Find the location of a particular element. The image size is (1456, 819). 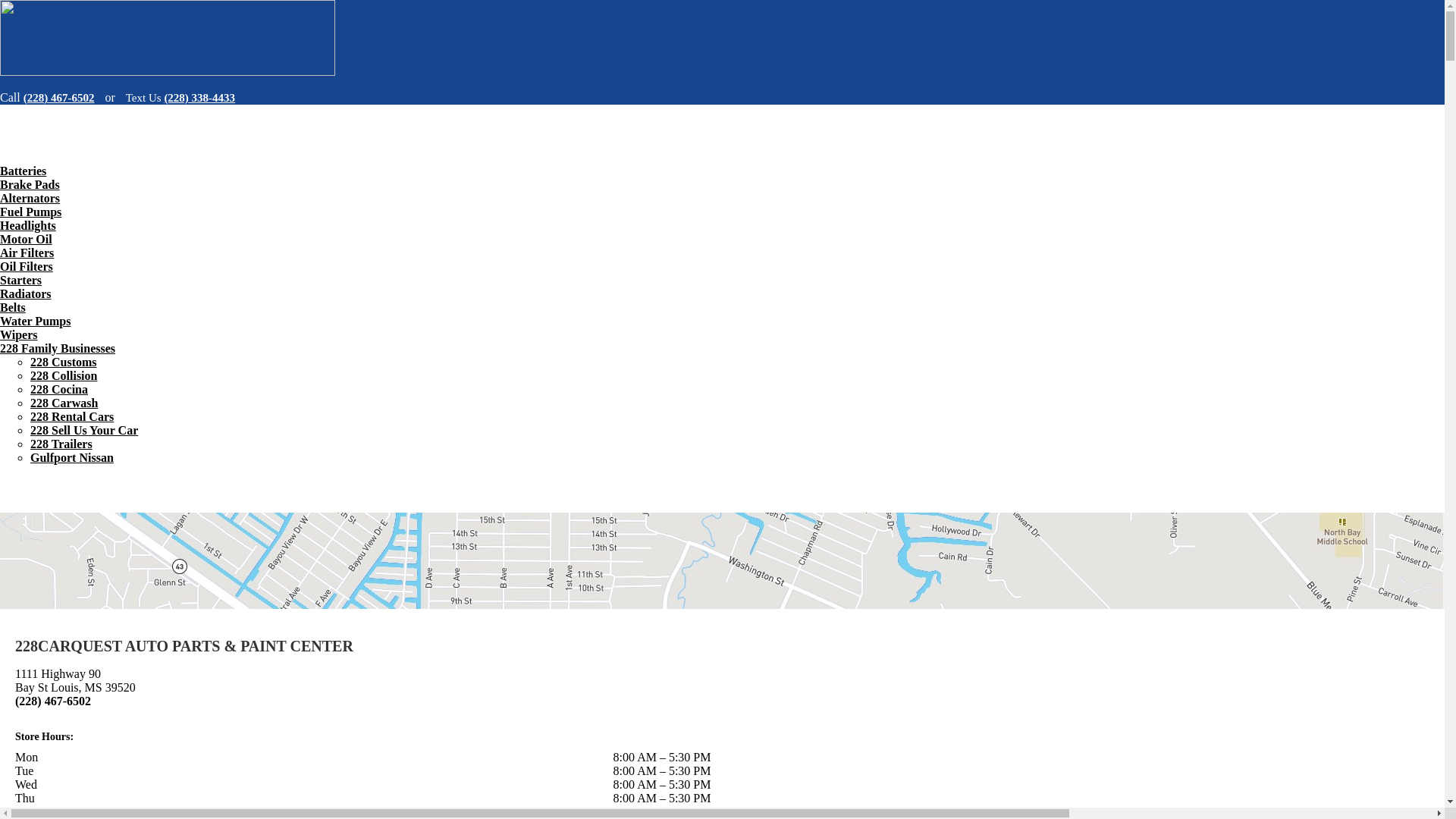

'228 Rental Cars' is located at coordinates (71, 416).